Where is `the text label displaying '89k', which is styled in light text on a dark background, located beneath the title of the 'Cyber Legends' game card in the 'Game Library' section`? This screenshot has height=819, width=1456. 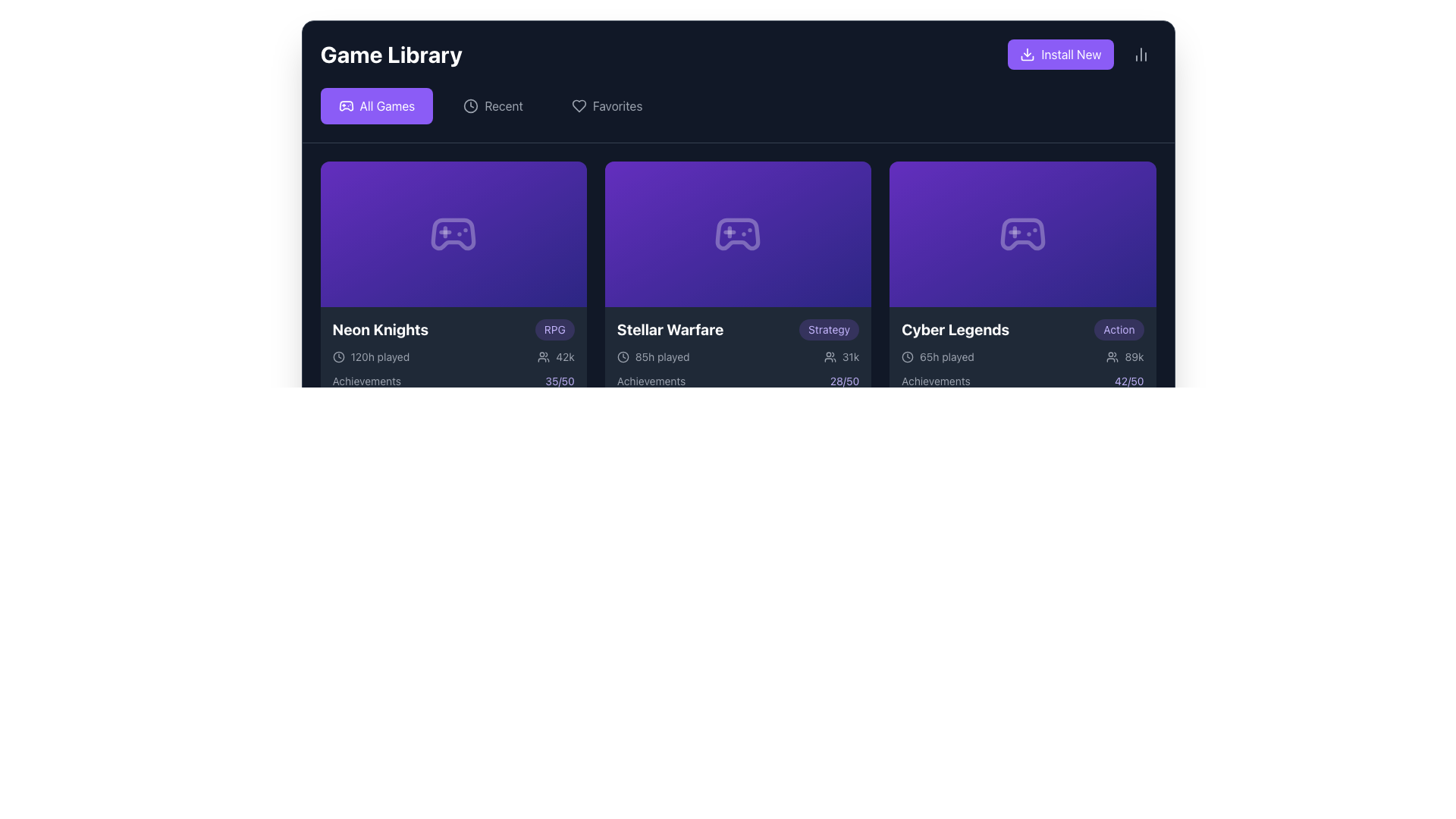
the text label displaying '89k', which is styled in light text on a dark background, located beneath the title of the 'Cyber Legends' game card in the 'Game Library' section is located at coordinates (1134, 356).